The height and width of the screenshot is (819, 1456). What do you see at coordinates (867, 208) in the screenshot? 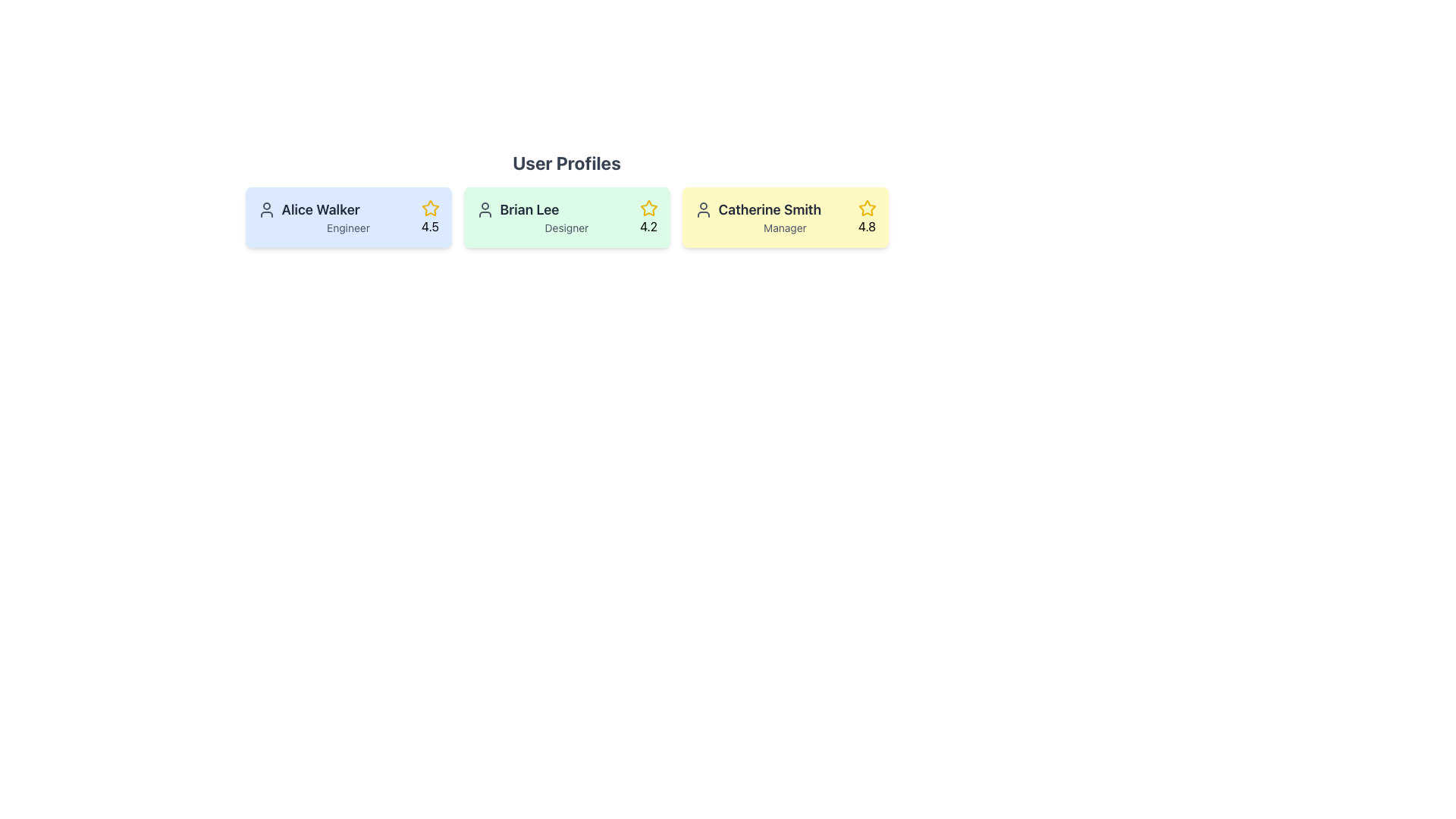
I see `the yellow star icon located to the left of the rating '4.8' in the upper-right corner of the third profile card` at bounding box center [867, 208].